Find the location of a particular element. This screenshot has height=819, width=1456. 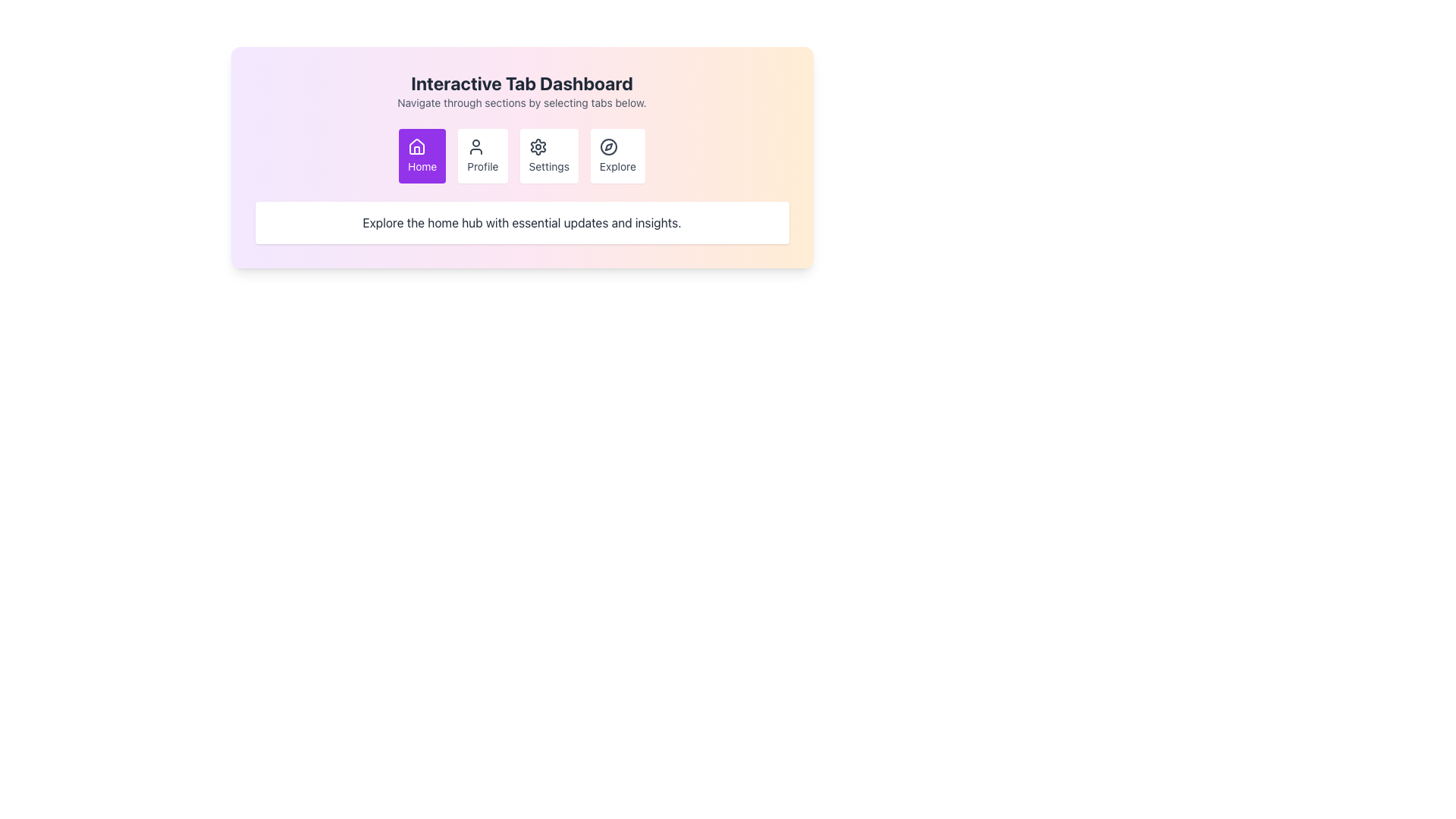

the 'Settings' icon located in the center of the main dashboard area under the title 'Interactive Tab Dashboard' is located at coordinates (538, 146).